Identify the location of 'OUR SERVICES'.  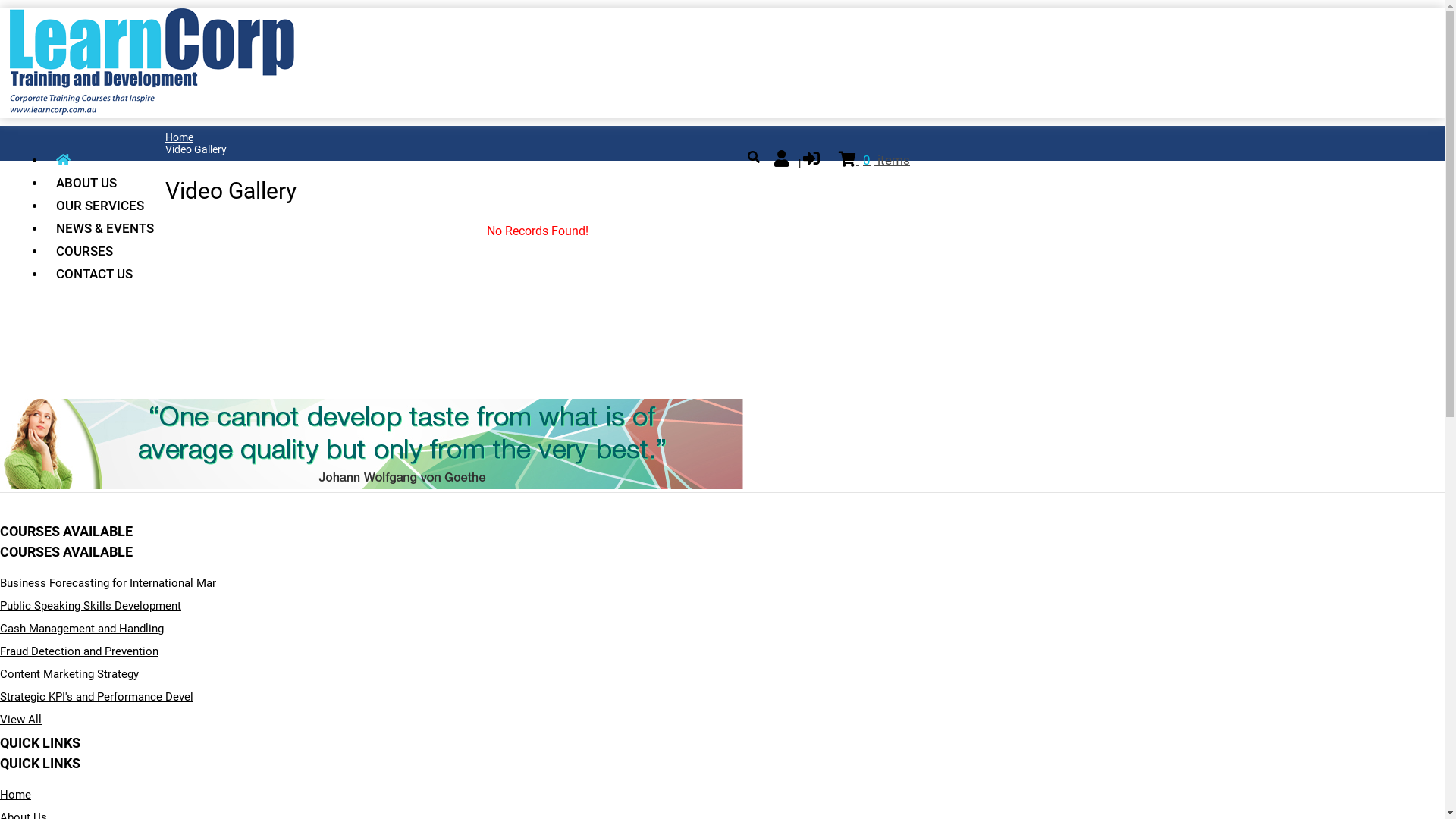
(105, 205).